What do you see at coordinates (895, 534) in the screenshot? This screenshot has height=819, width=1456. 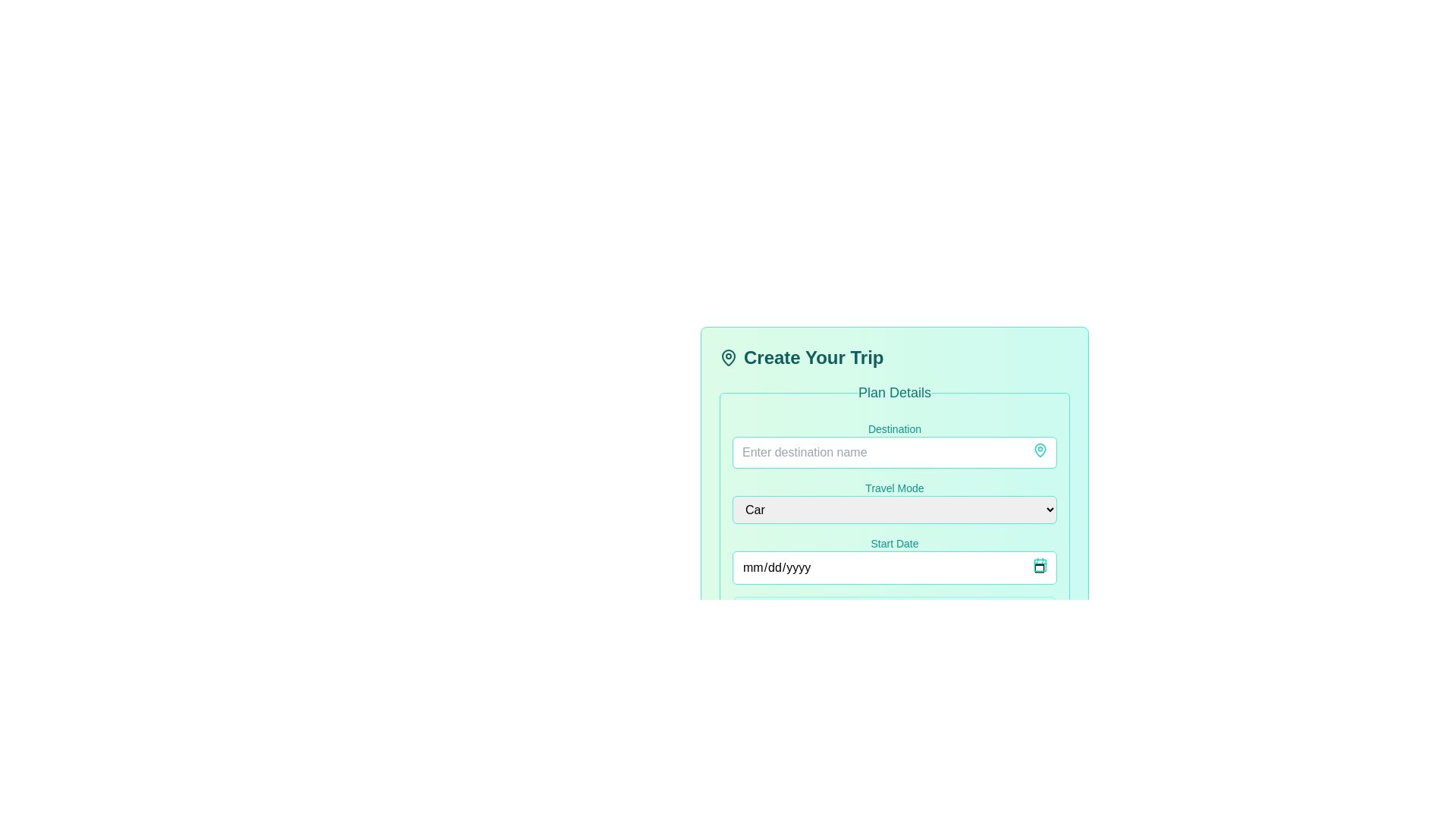 I see `the 'Start Date' field in the 'Plan Details' input form with a teal border and rounded corners to choose a start date` at bounding box center [895, 534].